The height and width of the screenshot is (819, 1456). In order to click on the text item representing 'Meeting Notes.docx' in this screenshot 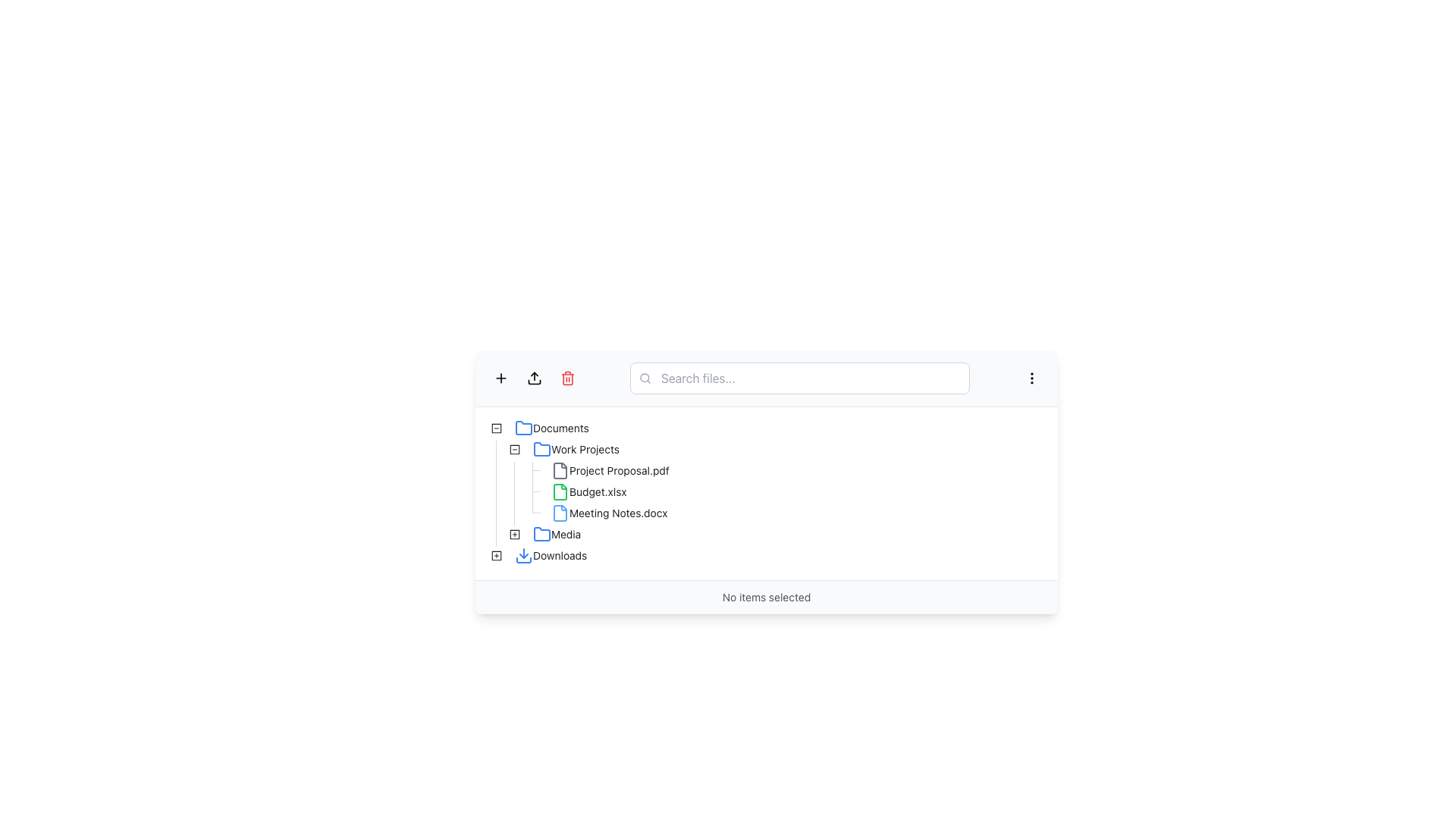, I will do `click(609, 513)`.